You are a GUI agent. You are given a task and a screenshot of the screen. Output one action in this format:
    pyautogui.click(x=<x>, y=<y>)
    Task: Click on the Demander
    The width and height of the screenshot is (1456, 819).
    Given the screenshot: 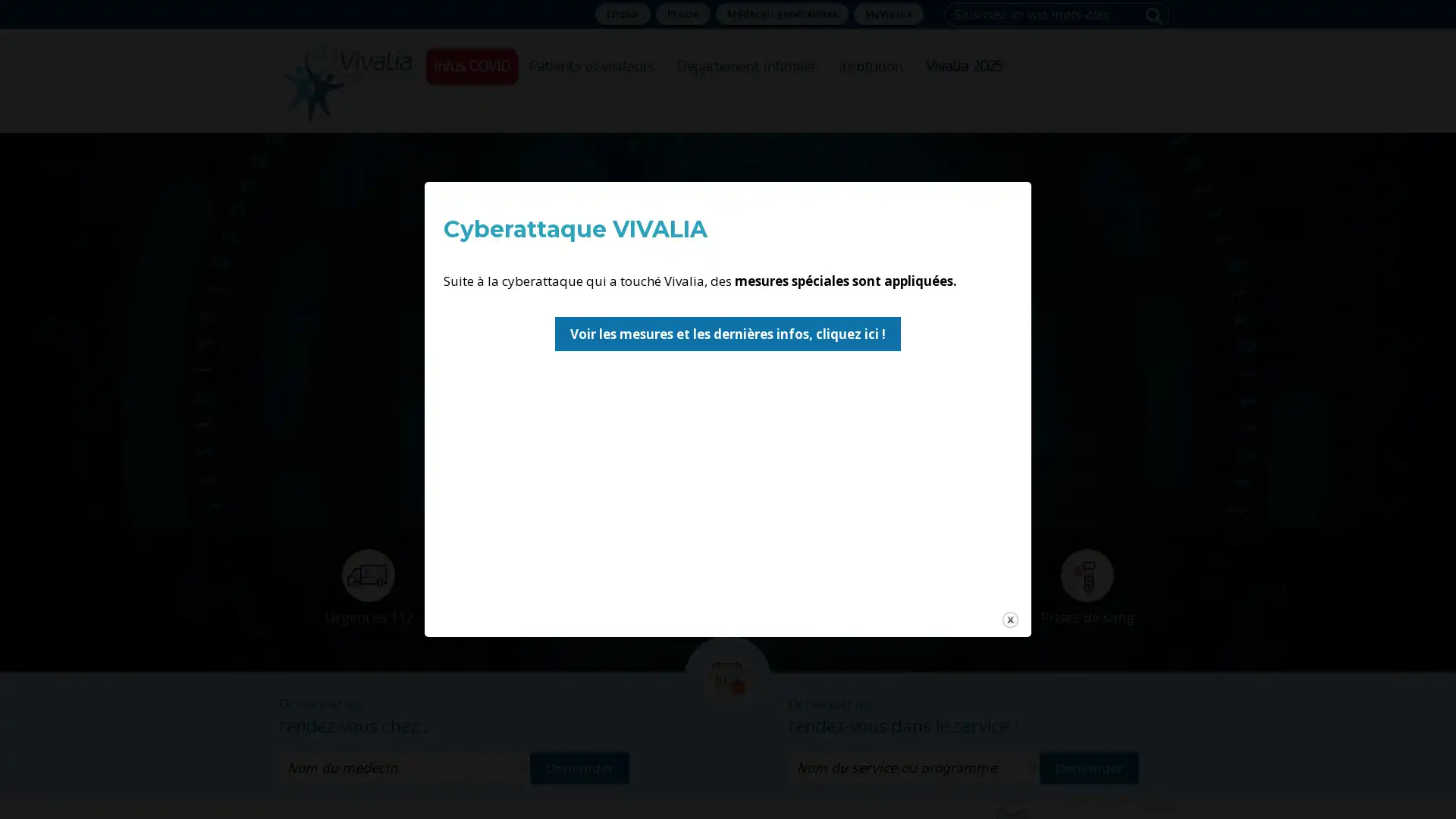 What is the action you would take?
    pyautogui.click(x=579, y=767)
    